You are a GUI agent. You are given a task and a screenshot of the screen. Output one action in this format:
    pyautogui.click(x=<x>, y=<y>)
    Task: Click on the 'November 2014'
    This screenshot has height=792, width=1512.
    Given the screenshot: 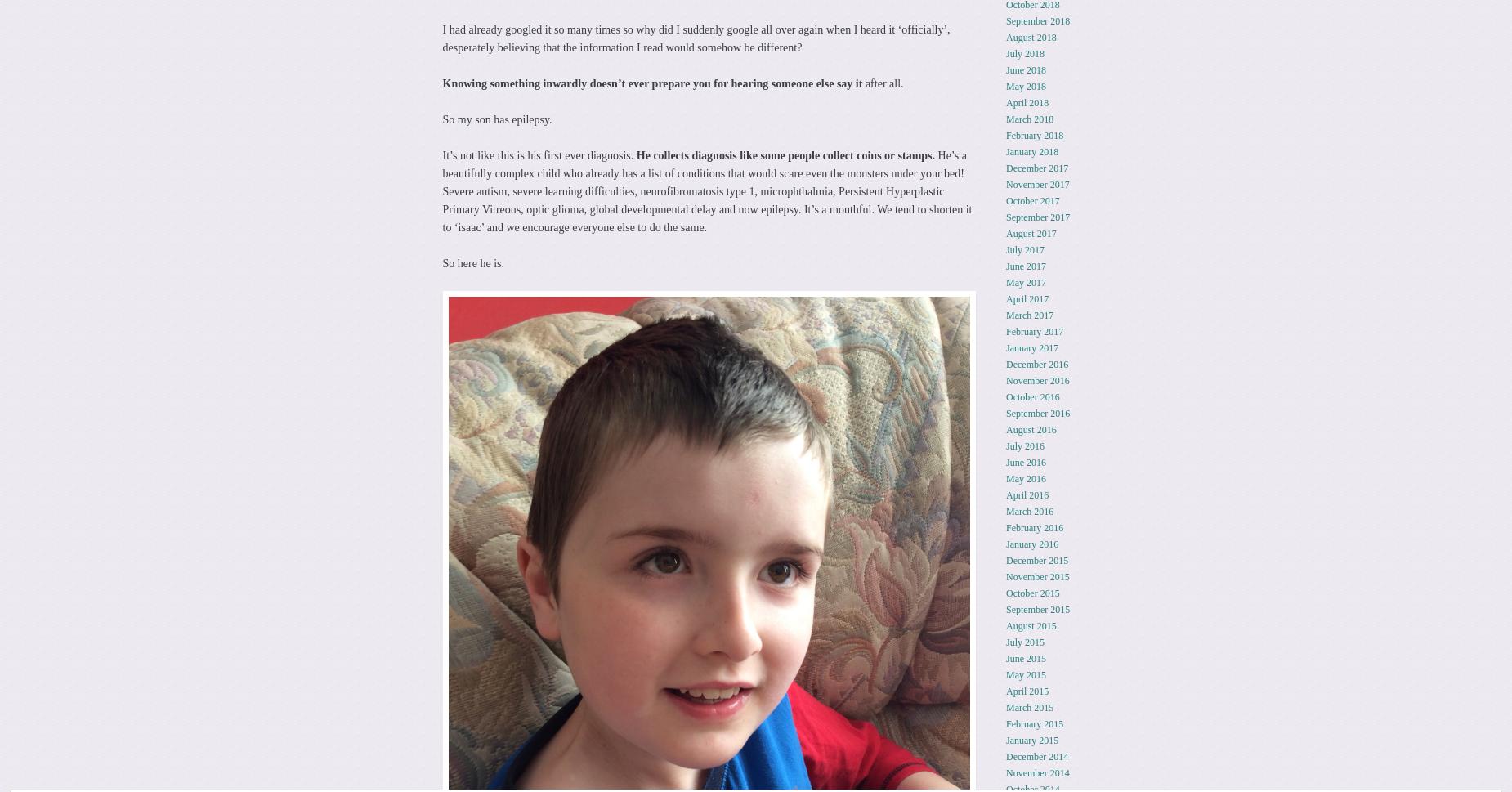 What is the action you would take?
    pyautogui.click(x=1036, y=771)
    